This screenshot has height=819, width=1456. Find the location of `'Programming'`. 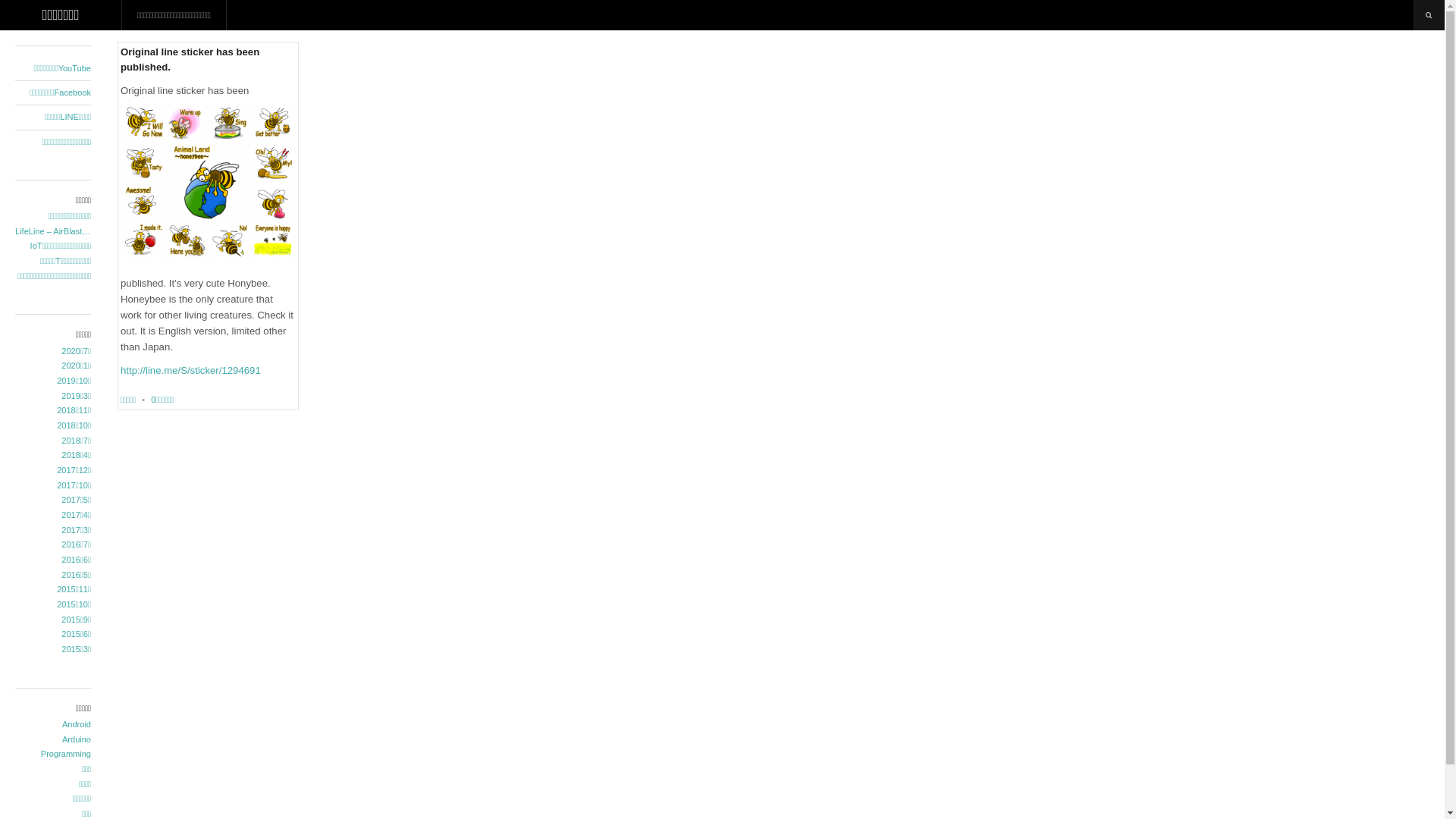

'Programming' is located at coordinates (53, 755).